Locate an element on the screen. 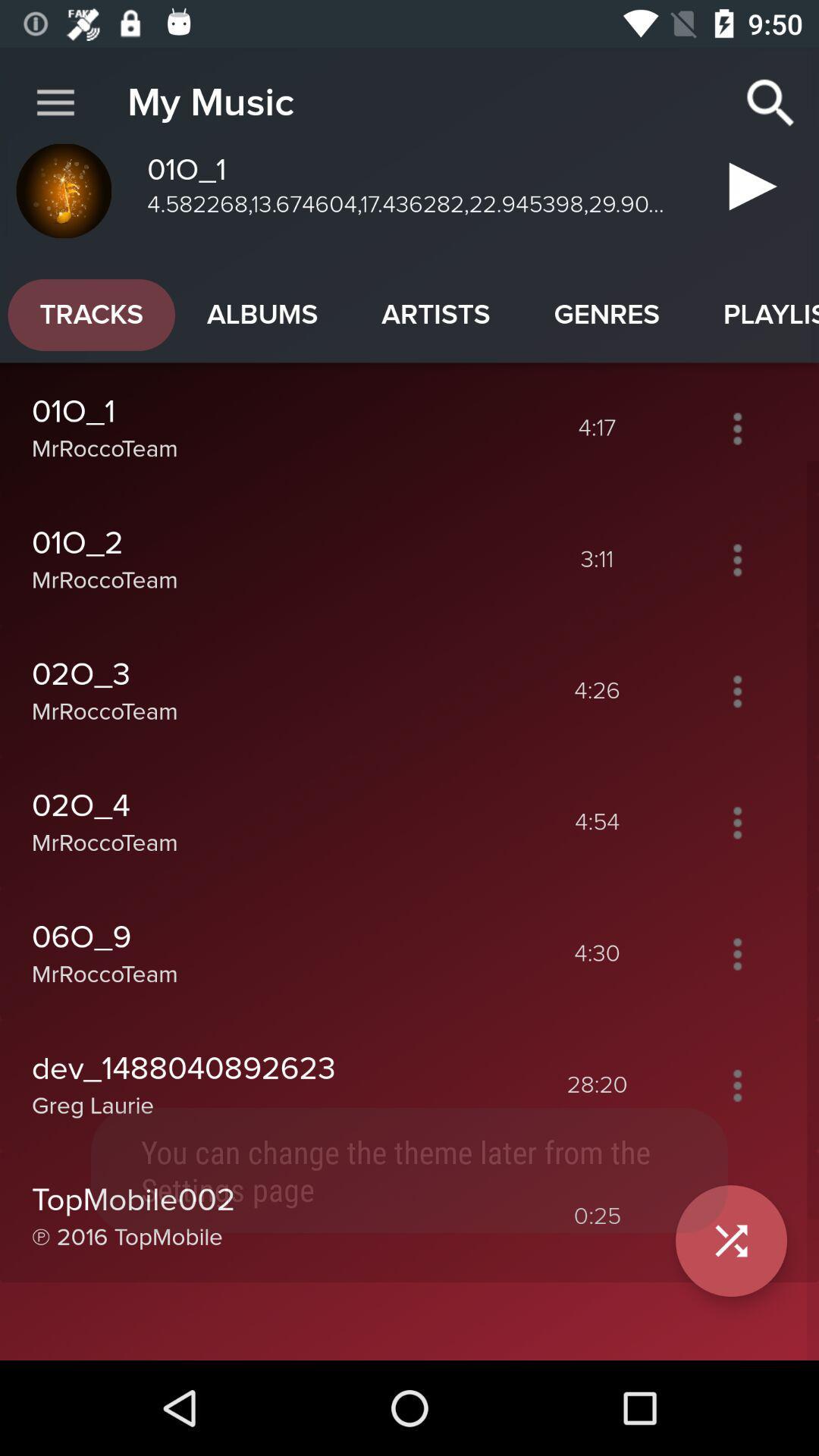 The height and width of the screenshot is (1456, 819). app to the left of genres icon is located at coordinates (435, 314).